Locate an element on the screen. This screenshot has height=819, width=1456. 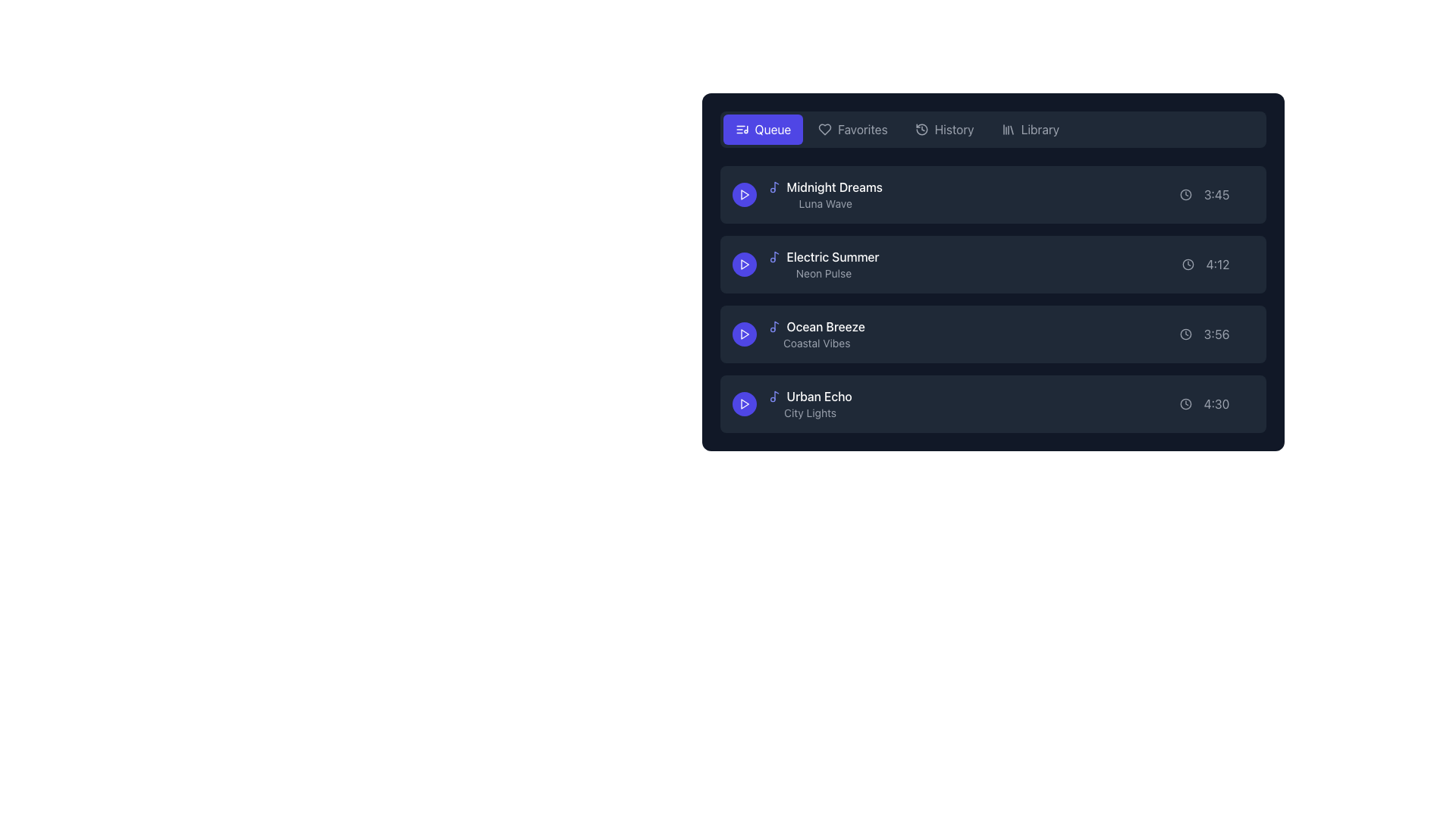
text content of the label displaying 'City Lights', which is a small gray font on a dark background, located at the bottom of the 'Urban Echo' section, specifically at the far-right of the fourth list item is located at coordinates (809, 413).